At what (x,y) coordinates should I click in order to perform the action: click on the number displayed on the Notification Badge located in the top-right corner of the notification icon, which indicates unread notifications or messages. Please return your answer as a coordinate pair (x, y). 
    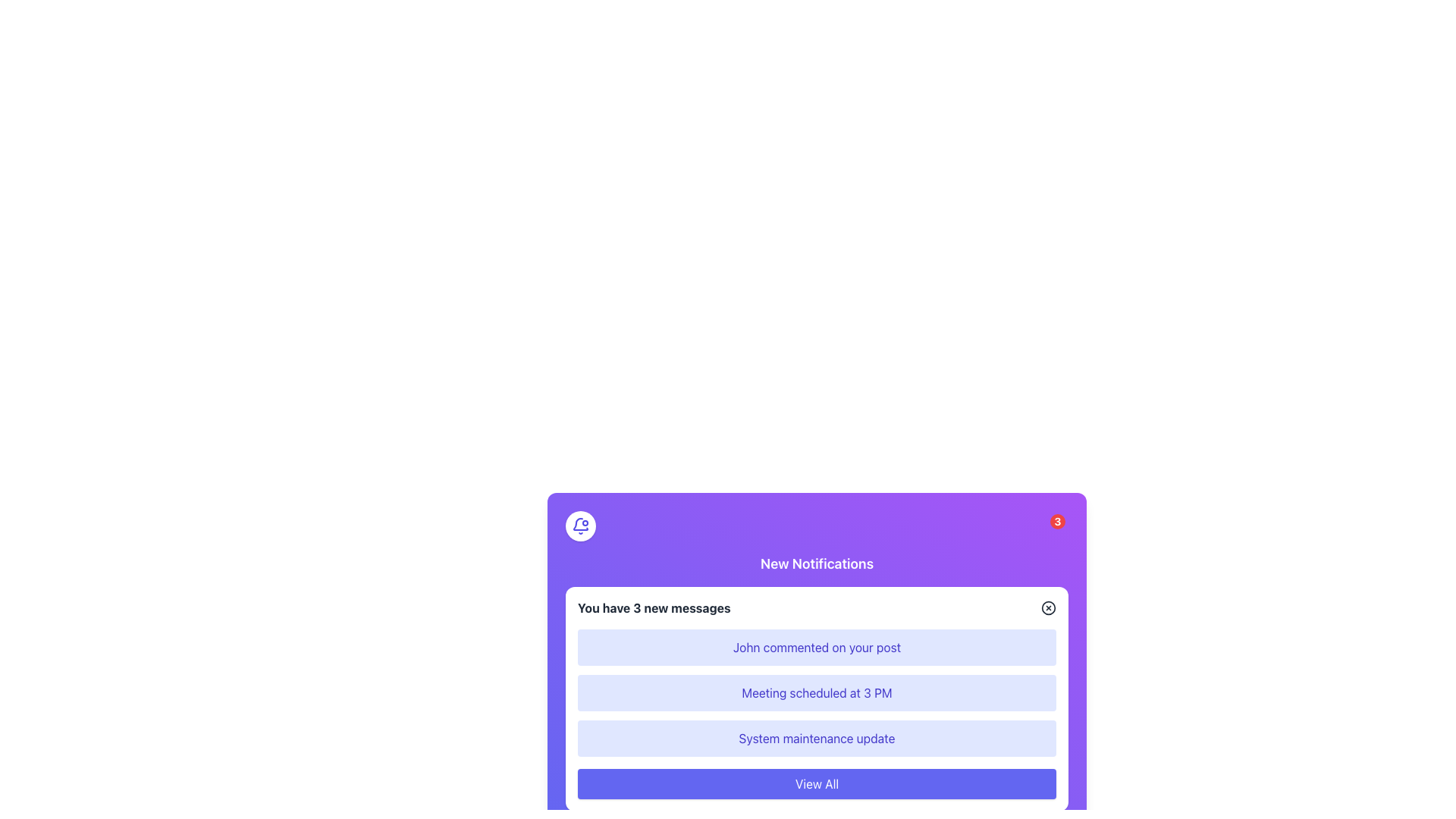
    Looking at the image, I should click on (1057, 520).